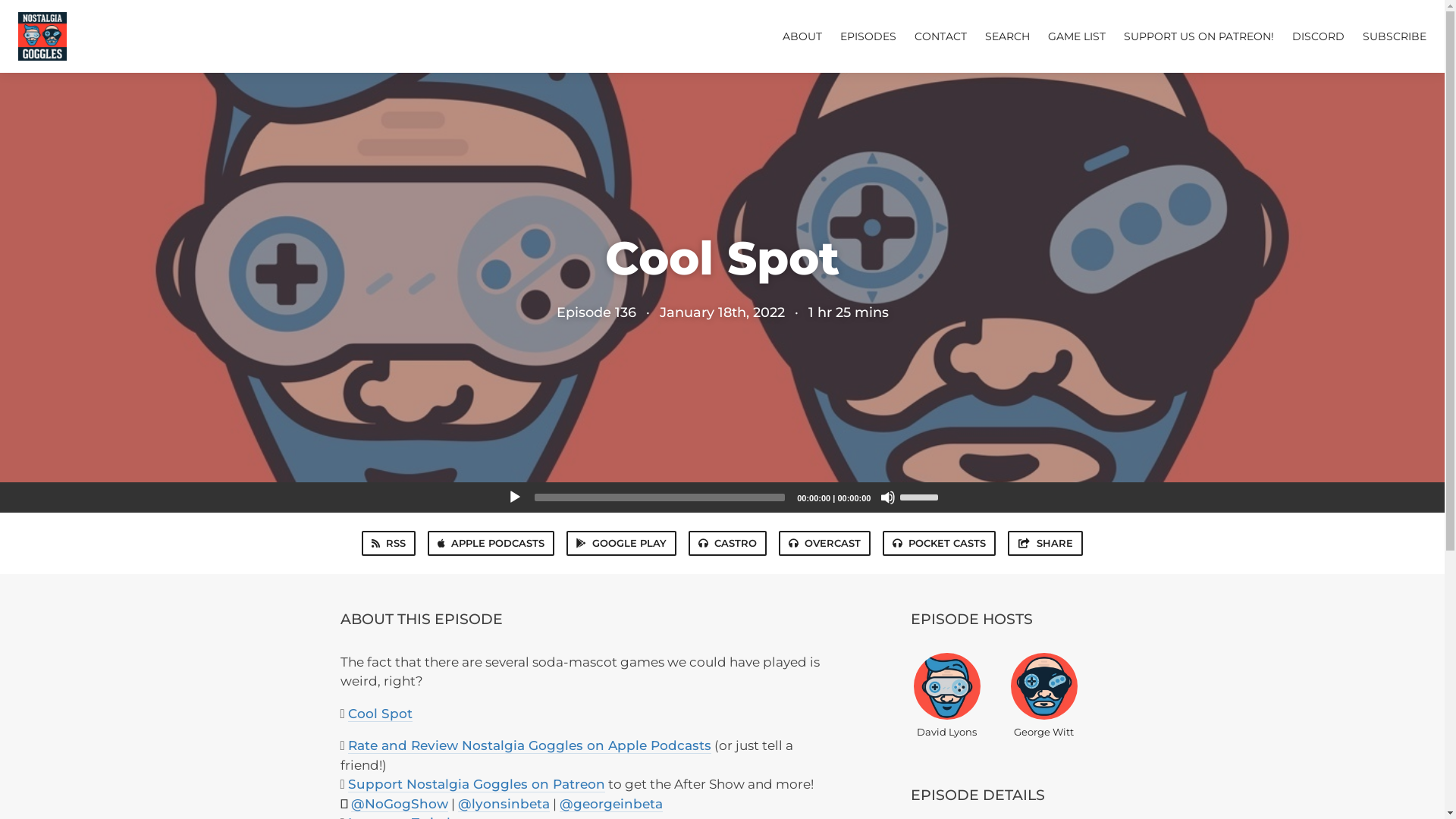 This screenshot has width=1456, height=819. What do you see at coordinates (882, 542) in the screenshot?
I see `'POCKET CASTS'` at bounding box center [882, 542].